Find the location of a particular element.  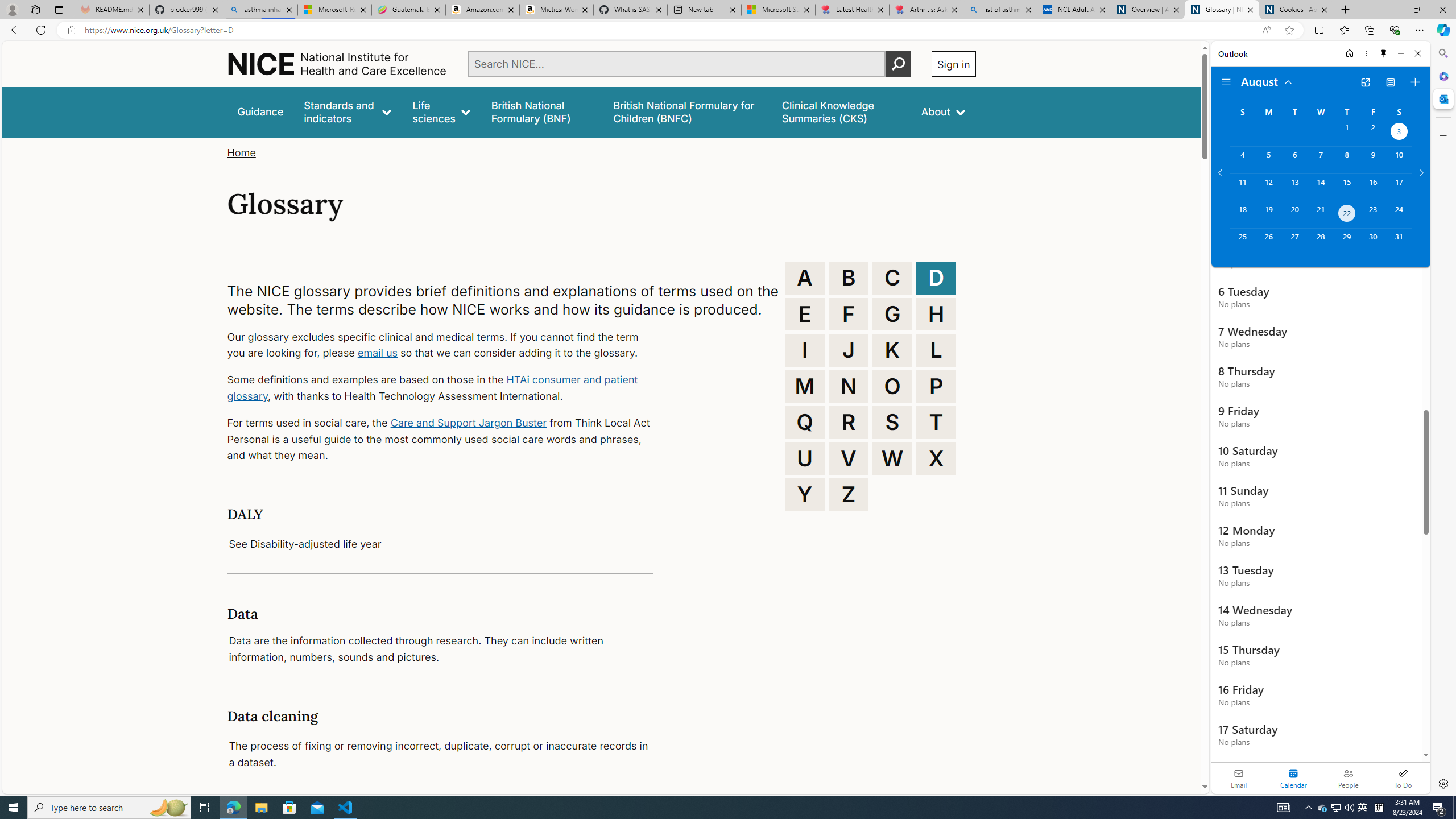

'More options' is located at coordinates (1366, 53).